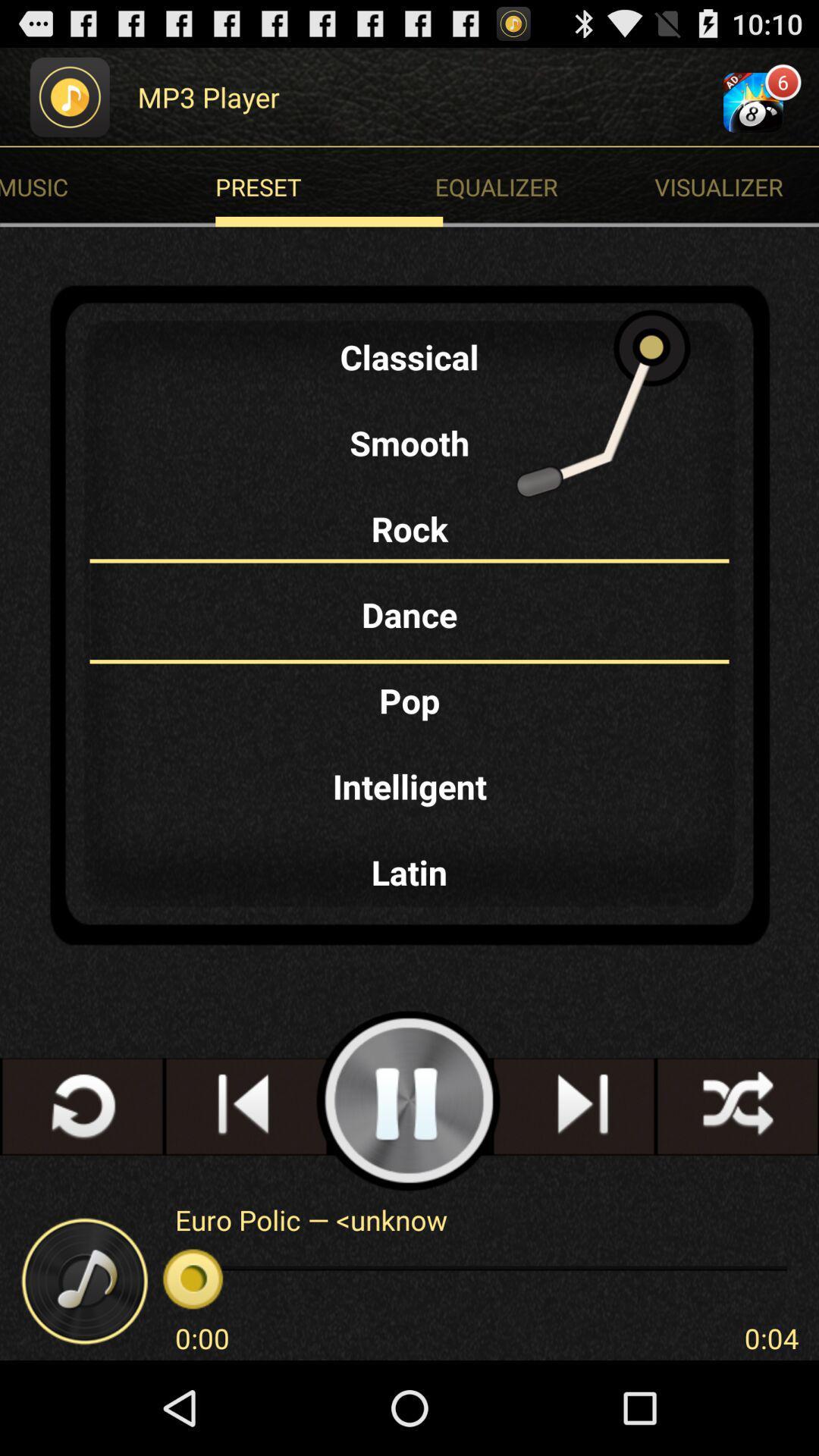 The height and width of the screenshot is (1456, 819). What do you see at coordinates (328, 186) in the screenshot?
I see `item next to the visualizer item` at bounding box center [328, 186].